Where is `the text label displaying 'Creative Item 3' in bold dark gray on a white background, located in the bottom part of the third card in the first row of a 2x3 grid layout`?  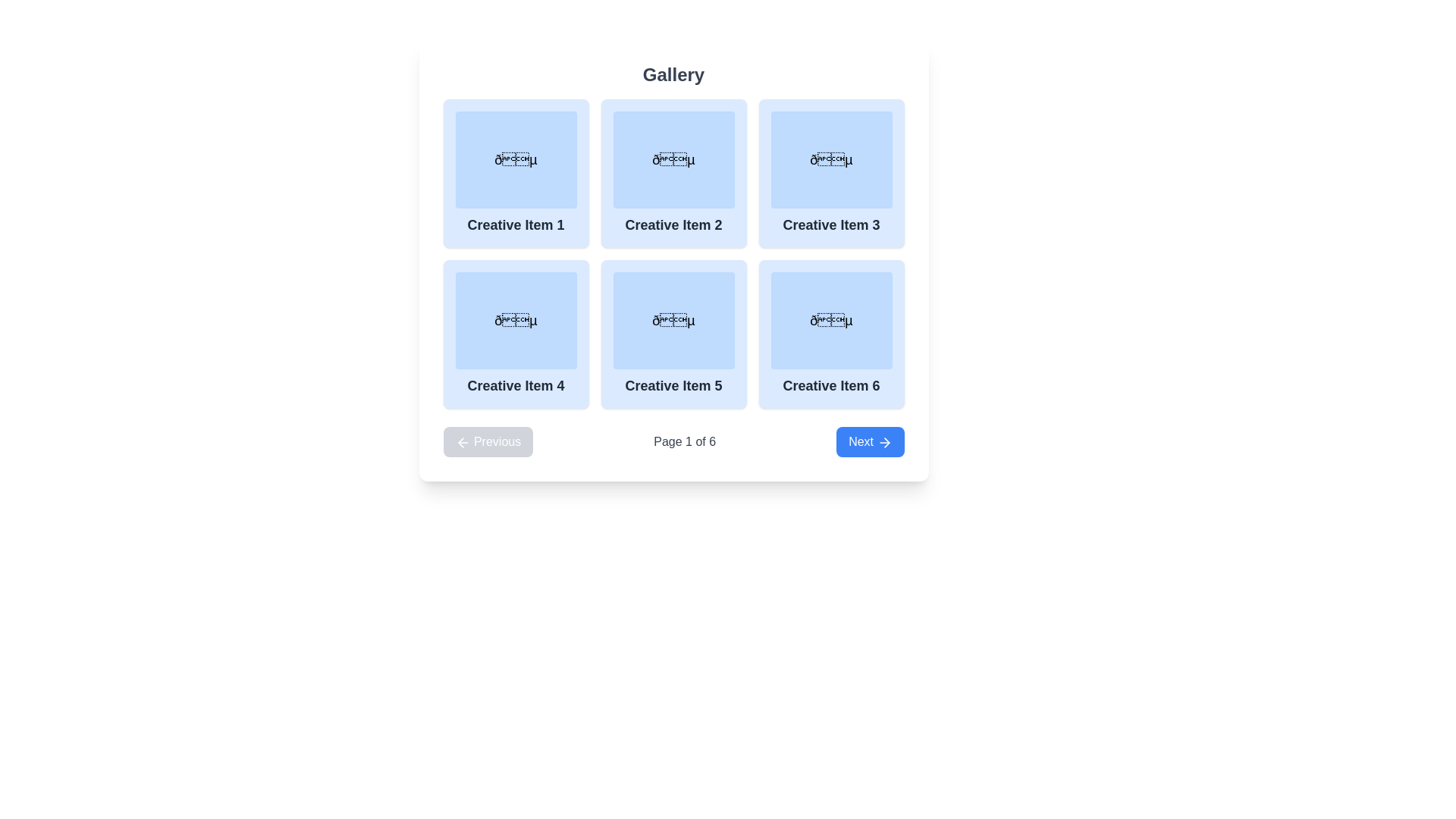
the text label displaying 'Creative Item 3' in bold dark gray on a white background, located in the bottom part of the third card in the first row of a 2x3 grid layout is located at coordinates (830, 225).